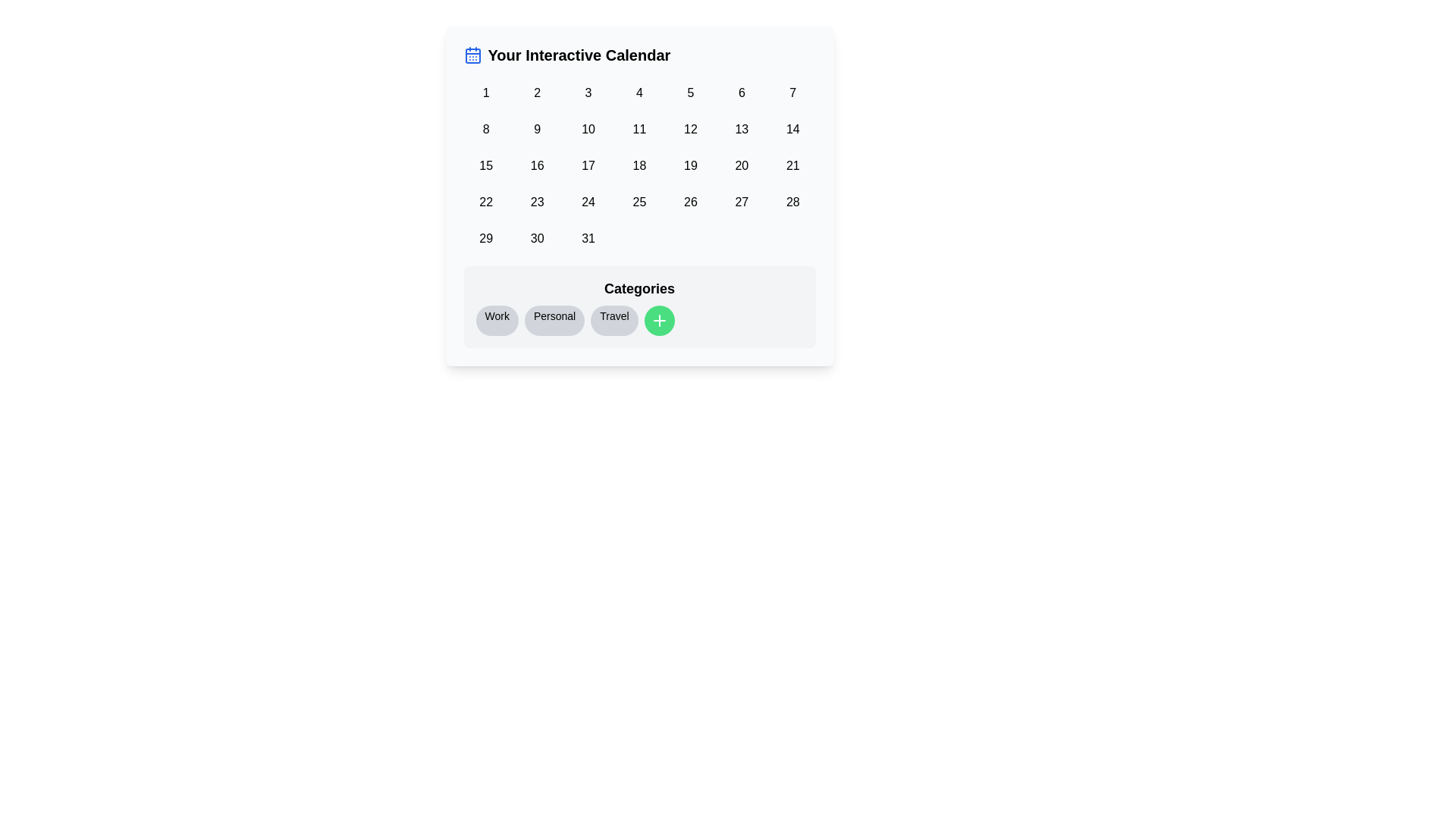  I want to click on the Interactive Calendar Component, which features a title 'Your Interactive Calendar', a grid for dates, and a section labeled 'Categories' at the bottom, so click(639, 195).